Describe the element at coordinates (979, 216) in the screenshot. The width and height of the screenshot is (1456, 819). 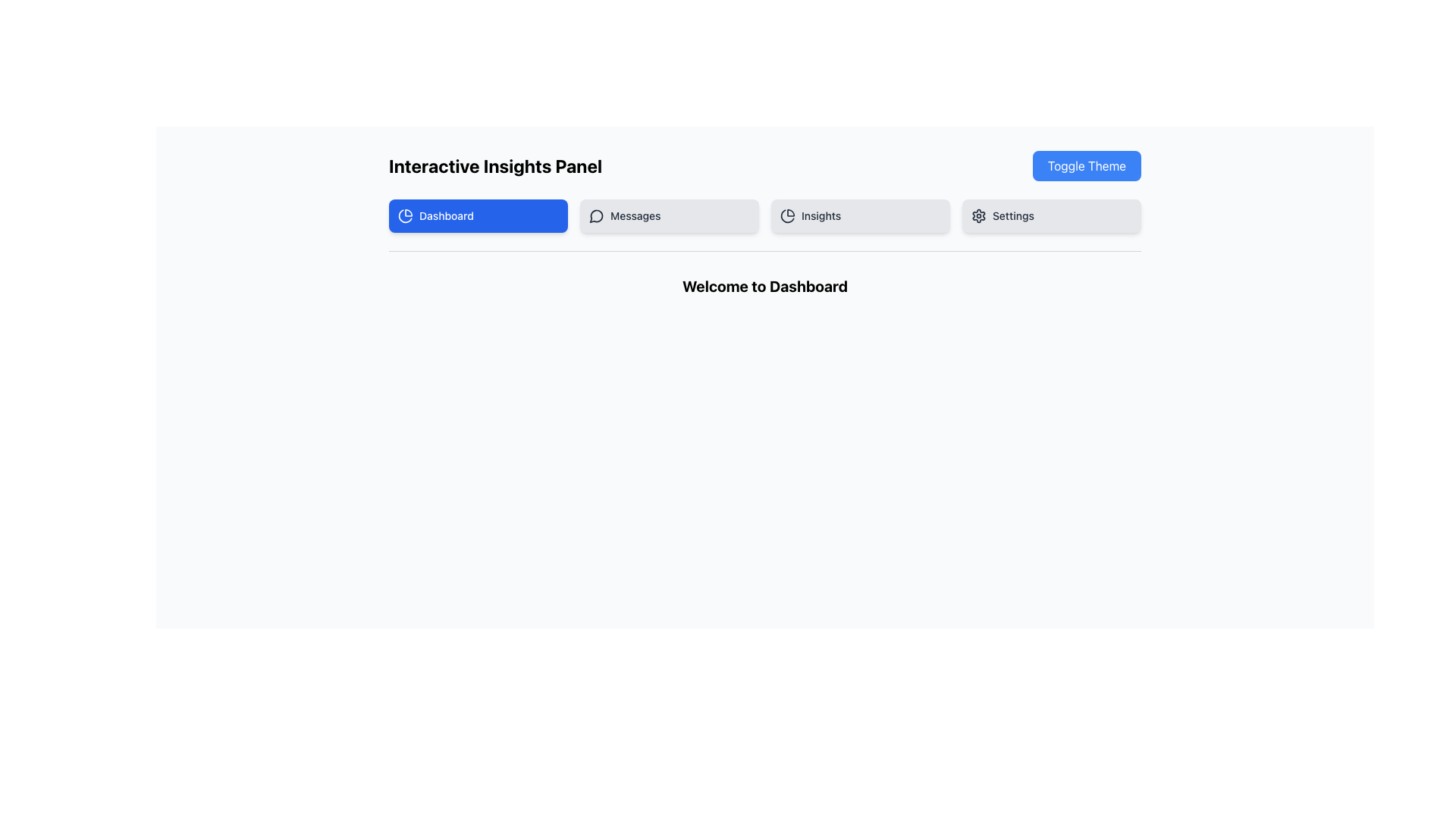
I see `the Settings icon, which represents the settings configuration option, located as the rightmost button in the navigation array at the top middle section of the interface` at that location.